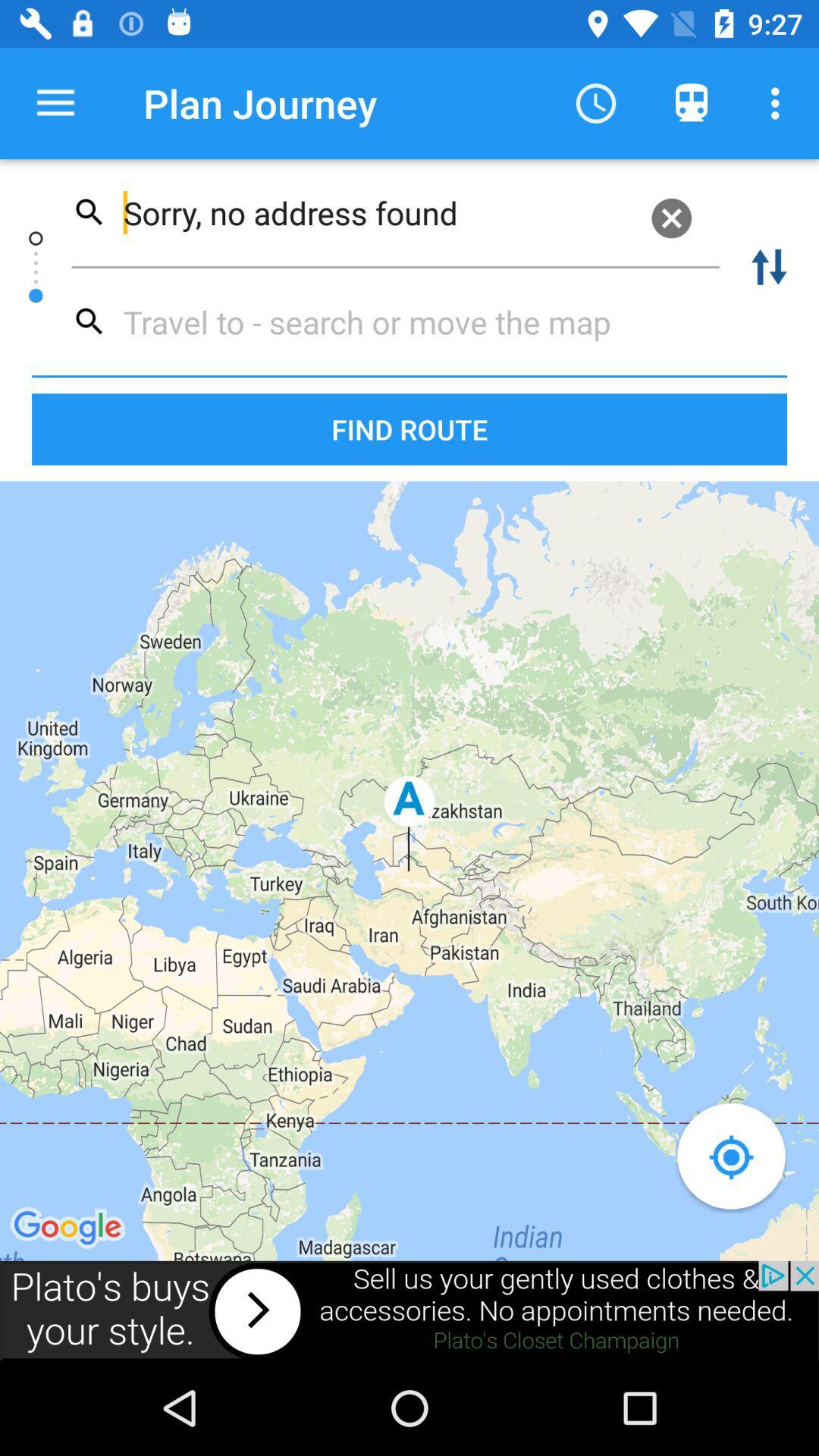  I want to click on destination name, so click(388, 321).